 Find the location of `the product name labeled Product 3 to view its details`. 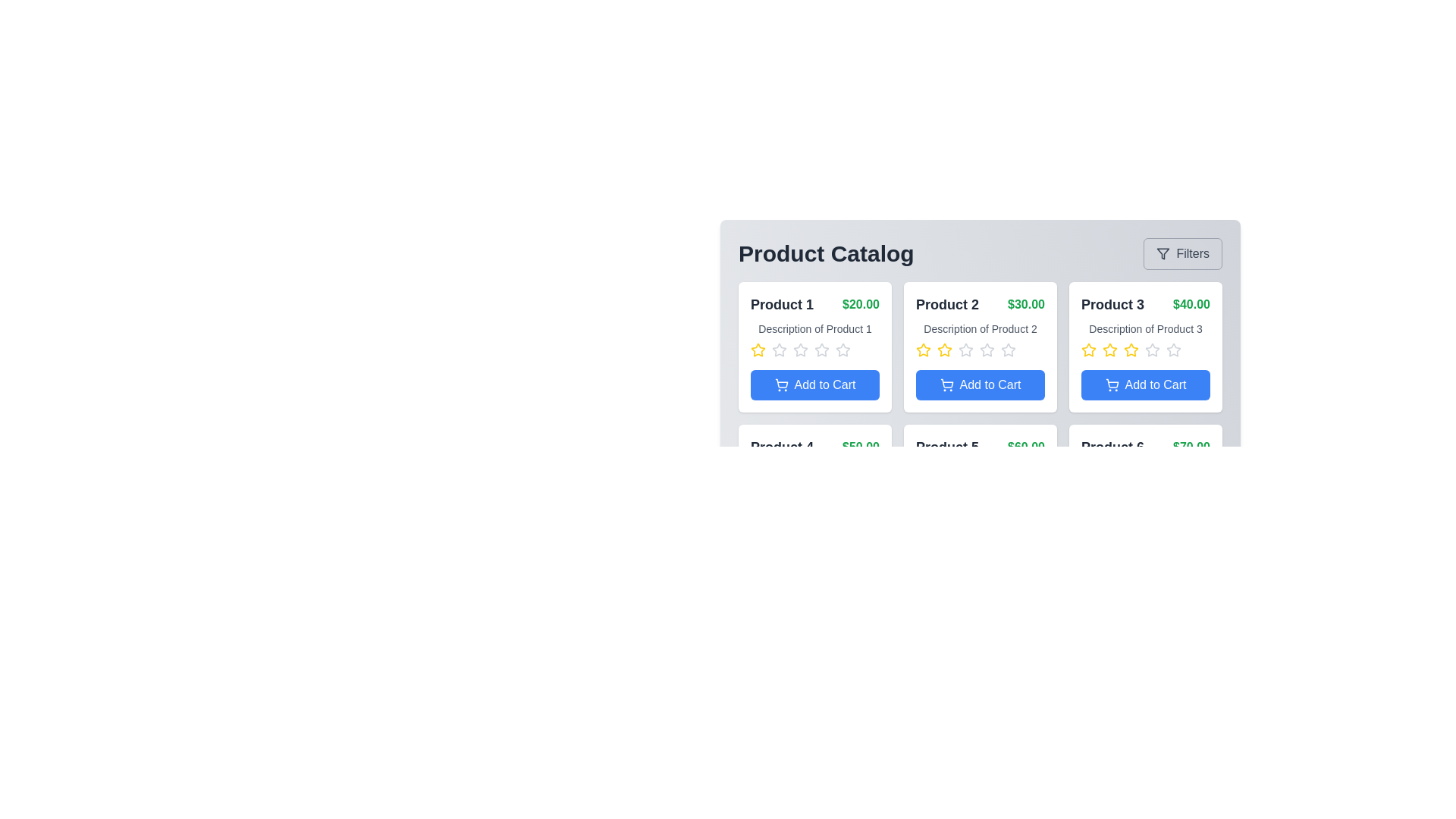

the product name labeled Product 3 to view its details is located at coordinates (1112, 304).